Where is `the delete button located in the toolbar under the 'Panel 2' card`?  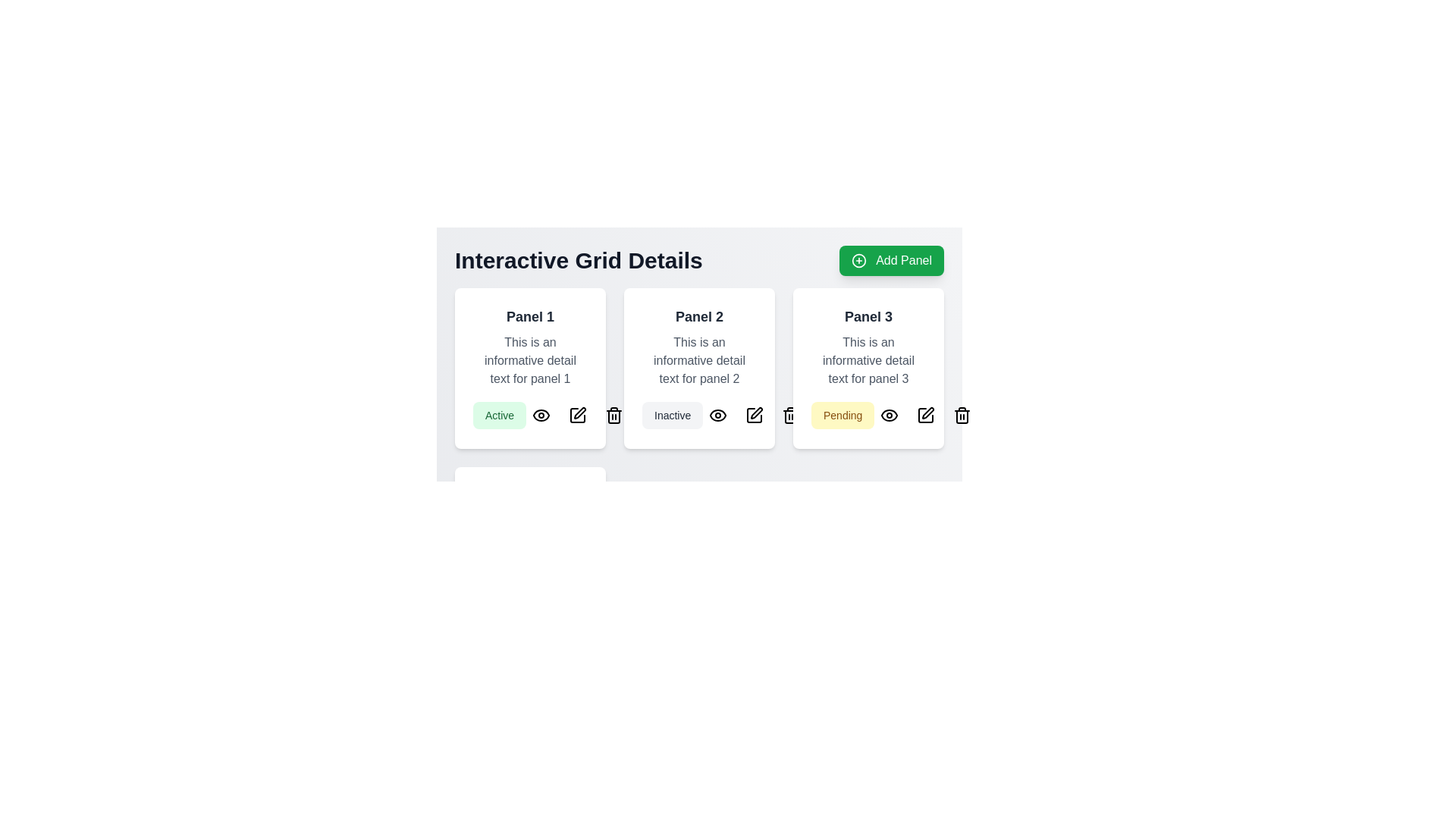
the delete button located in the toolbar under the 'Panel 2' card is located at coordinates (614, 415).